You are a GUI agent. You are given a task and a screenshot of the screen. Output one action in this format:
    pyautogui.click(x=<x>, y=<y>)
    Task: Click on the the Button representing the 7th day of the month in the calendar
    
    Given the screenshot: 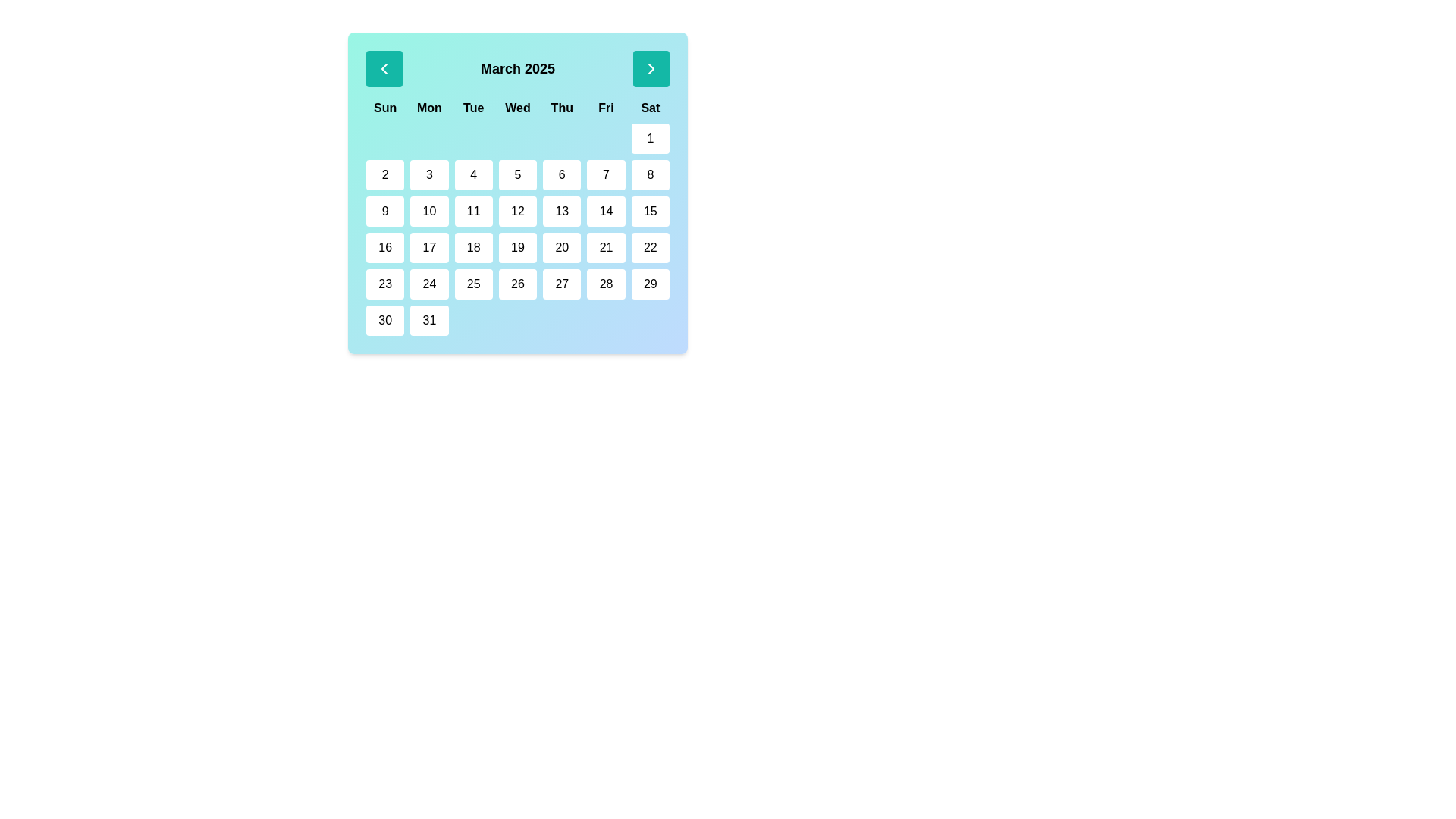 What is the action you would take?
    pyautogui.click(x=605, y=174)
    